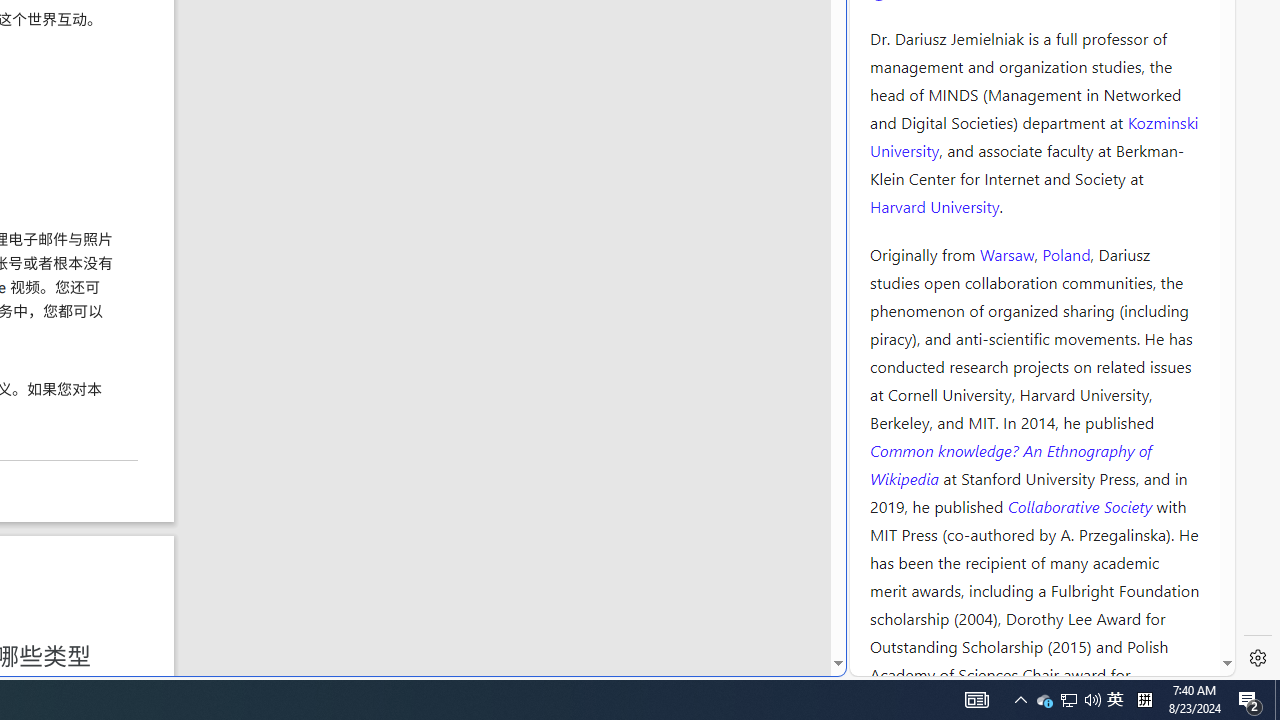 The height and width of the screenshot is (720, 1280). Describe the element at coordinates (934, 205) in the screenshot. I see `'Harvard University'` at that location.